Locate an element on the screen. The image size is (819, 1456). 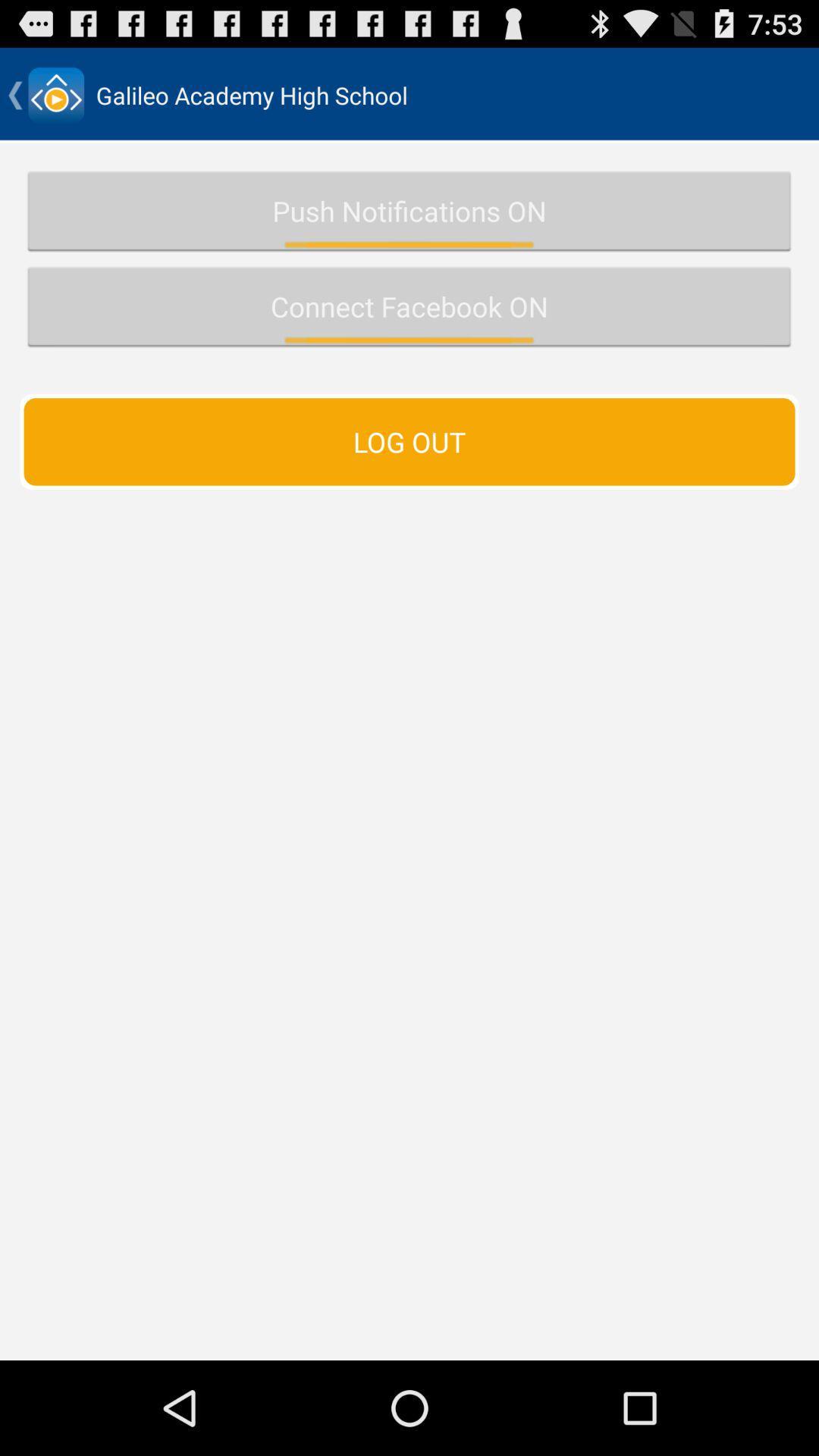
the log out icon is located at coordinates (409, 441).